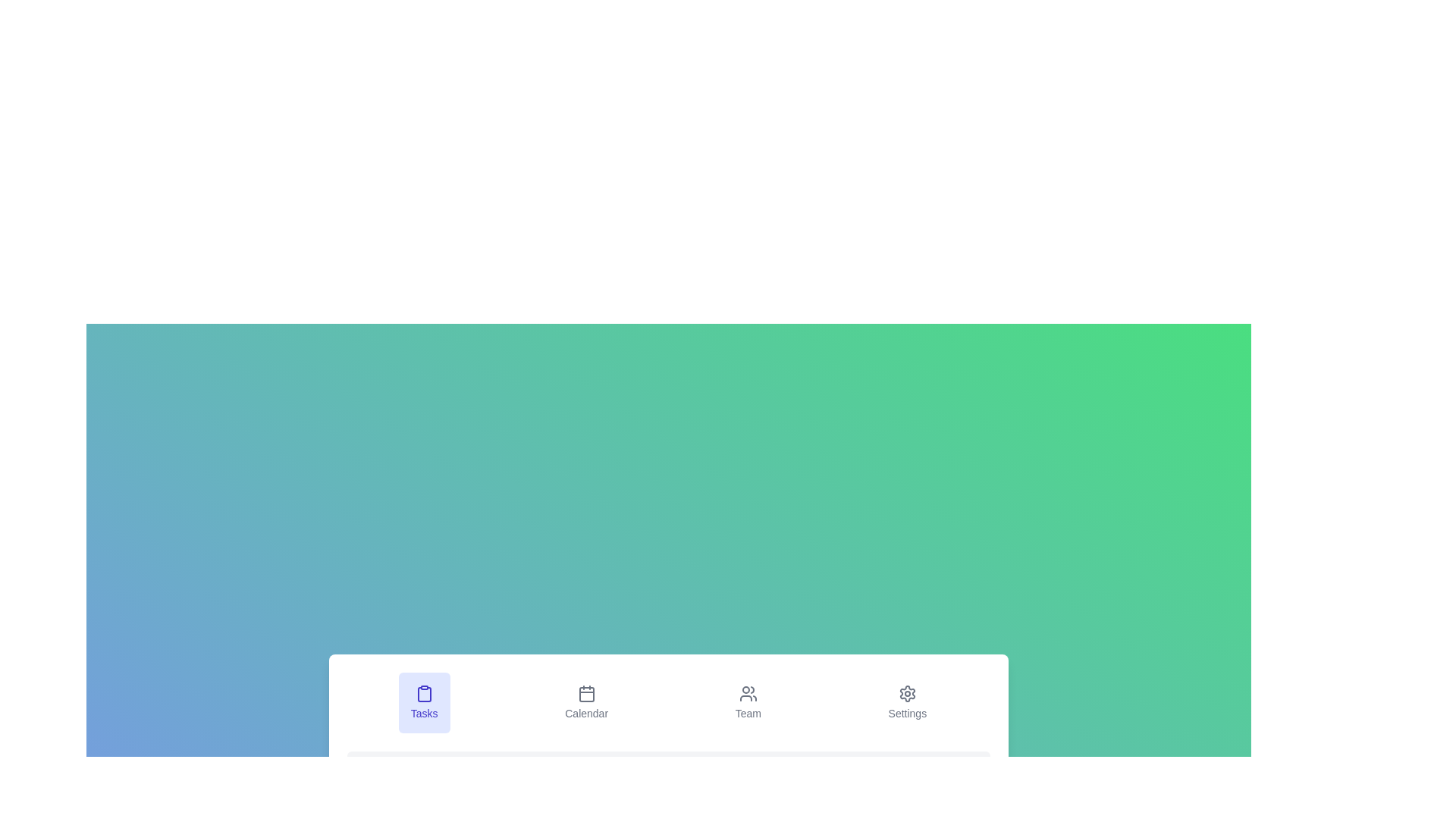 This screenshot has width=1456, height=819. I want to click on the rectangular shape with slightly rounded corners that is part of the red 'Calendar' icon, located between the 'Tasks' and 'Team' icons at the bottom of the interface, so click(585, 694).